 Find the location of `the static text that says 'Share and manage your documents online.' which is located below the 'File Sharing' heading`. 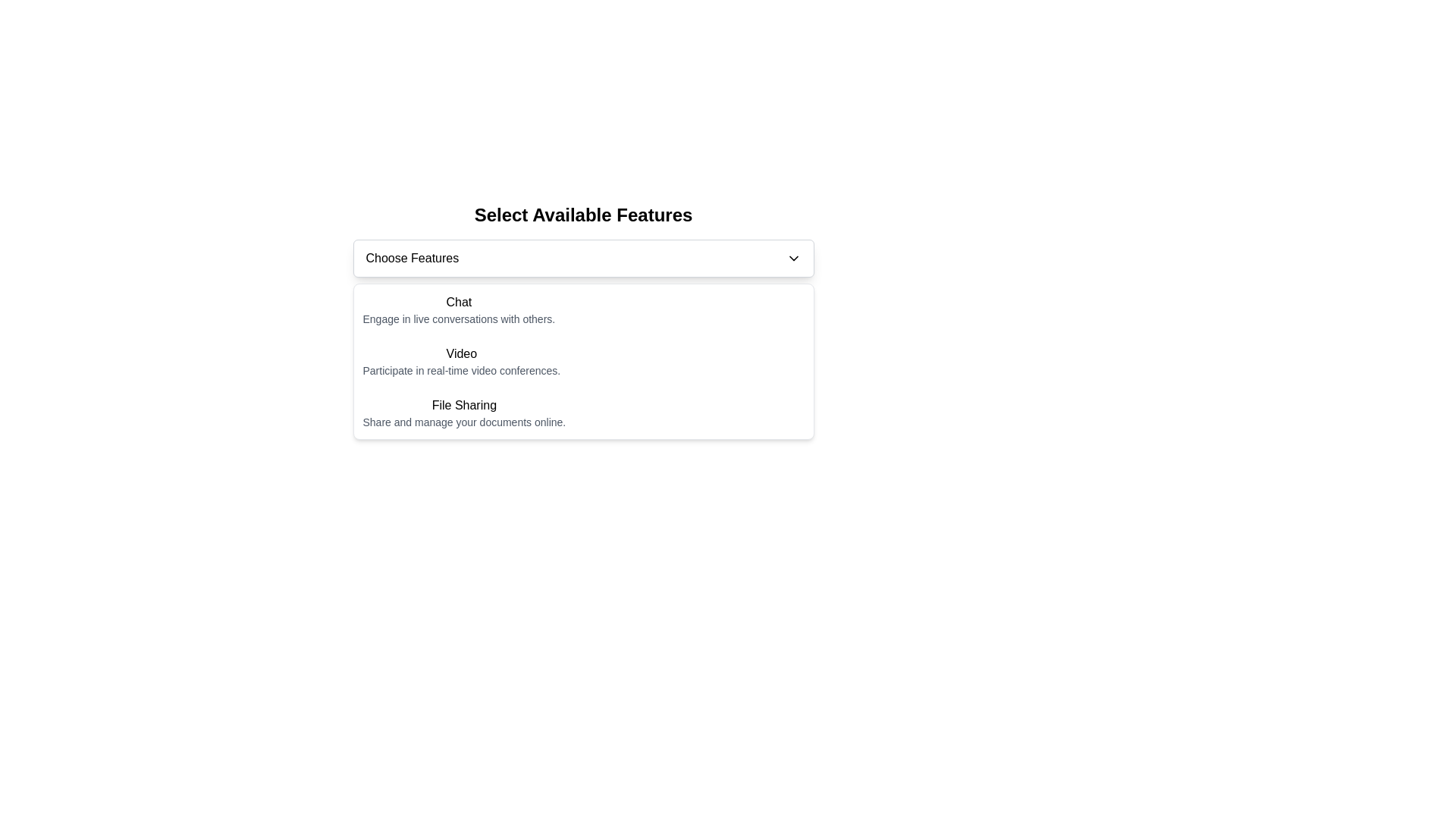

the static text that says 'Share and manage your documents online.' which is located below the 'File Sharing' heading is located at coordinates (463, 422).